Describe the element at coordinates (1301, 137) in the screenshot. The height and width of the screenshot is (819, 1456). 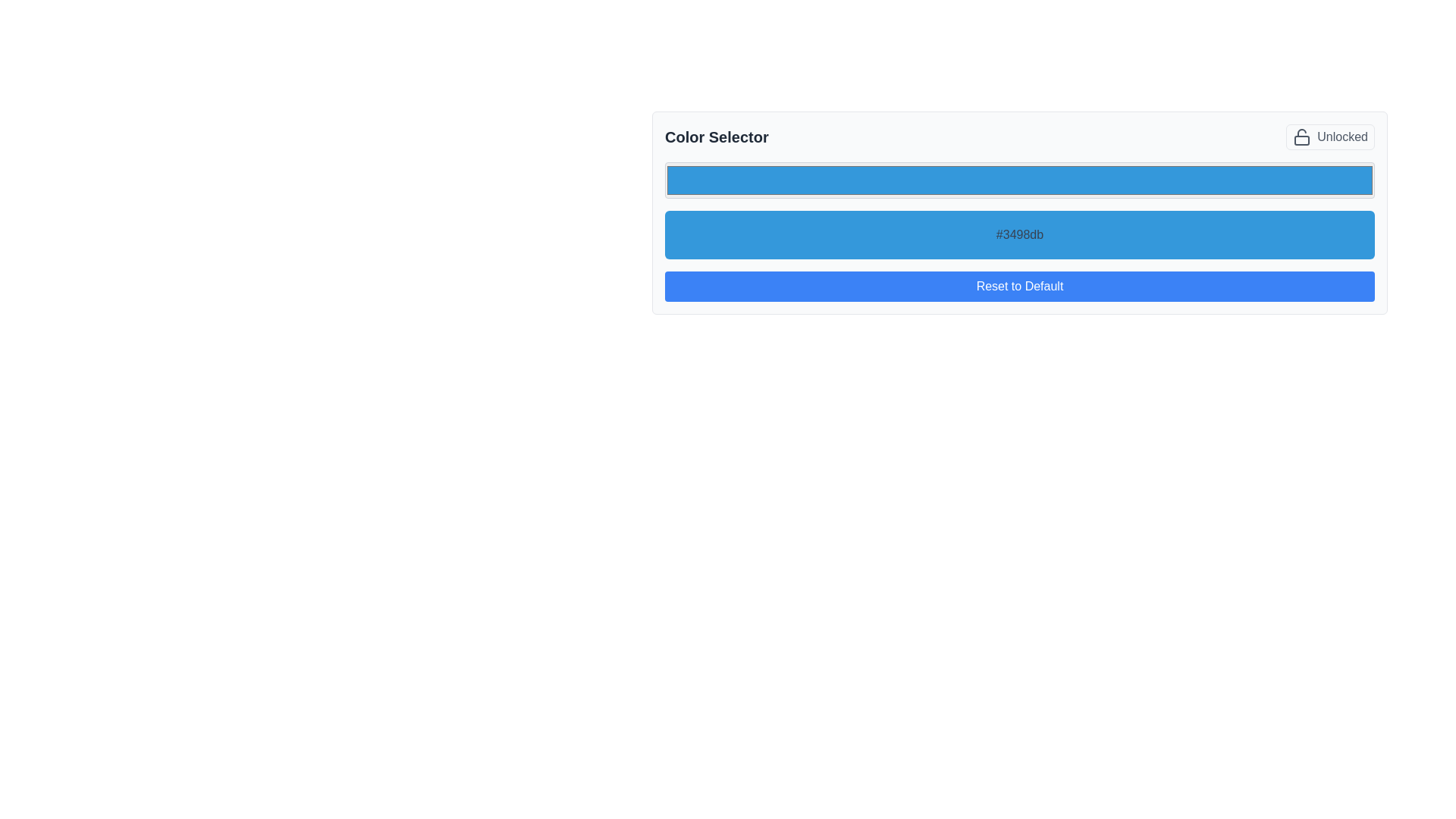
I see `the unlocked state icon located at the top-right corner of the interface` at that location.